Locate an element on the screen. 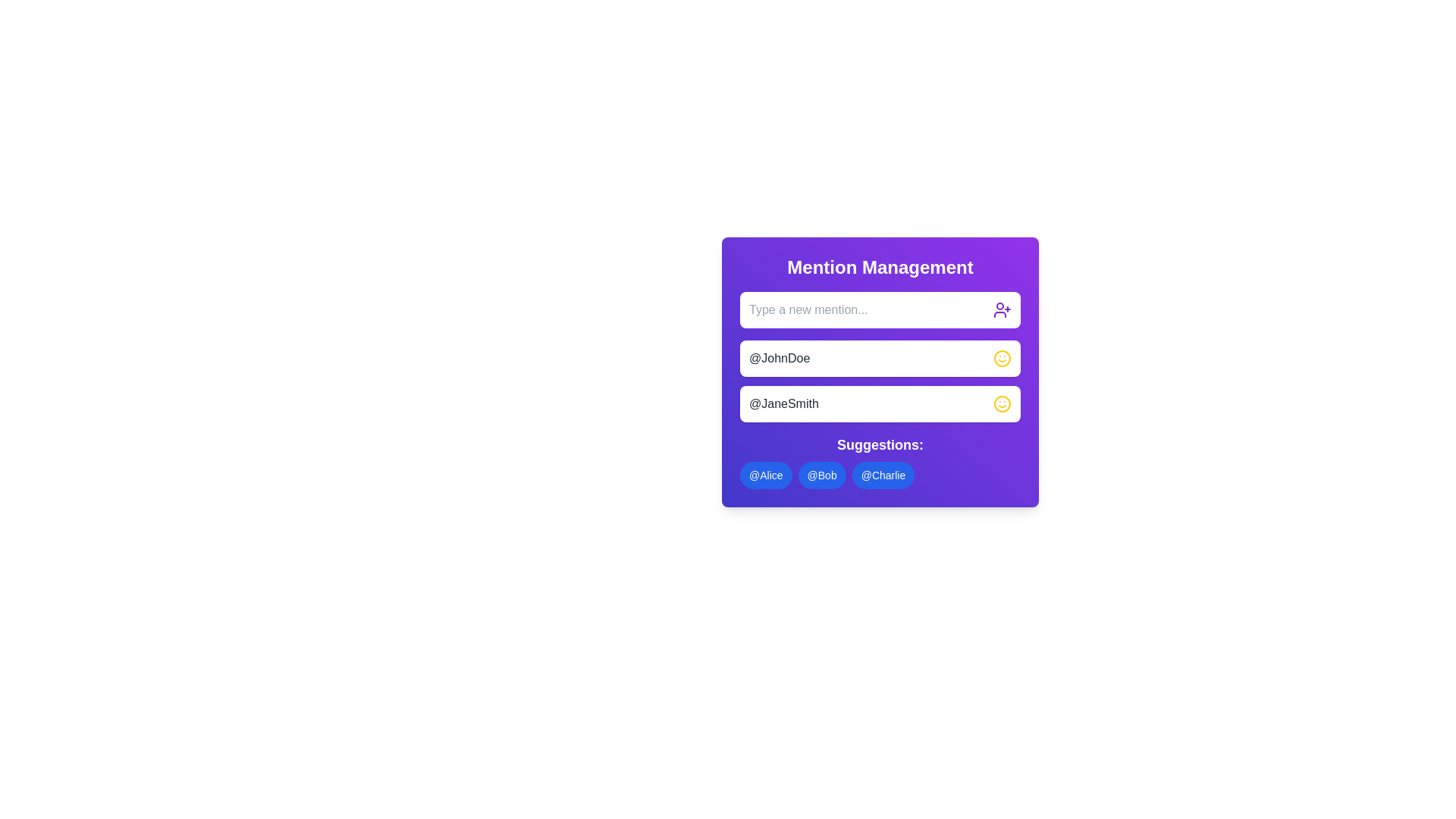  the text label displaying '@JaneSmith', which is located in the second row of mentions in the 'Mention Management' box is located at coordinates (783, 403).